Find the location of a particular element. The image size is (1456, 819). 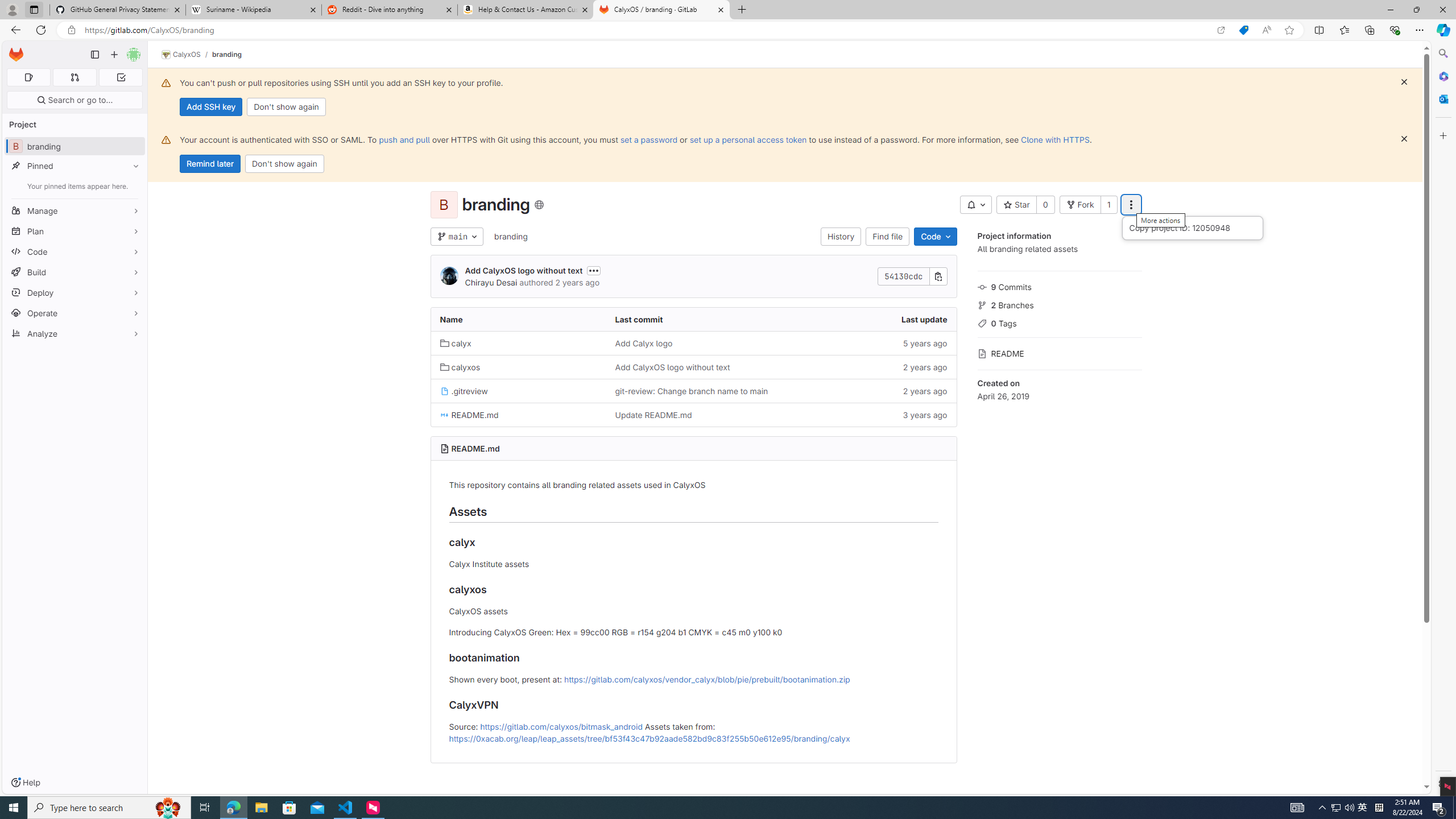

'calyx' is located at coordinates (518, 342).